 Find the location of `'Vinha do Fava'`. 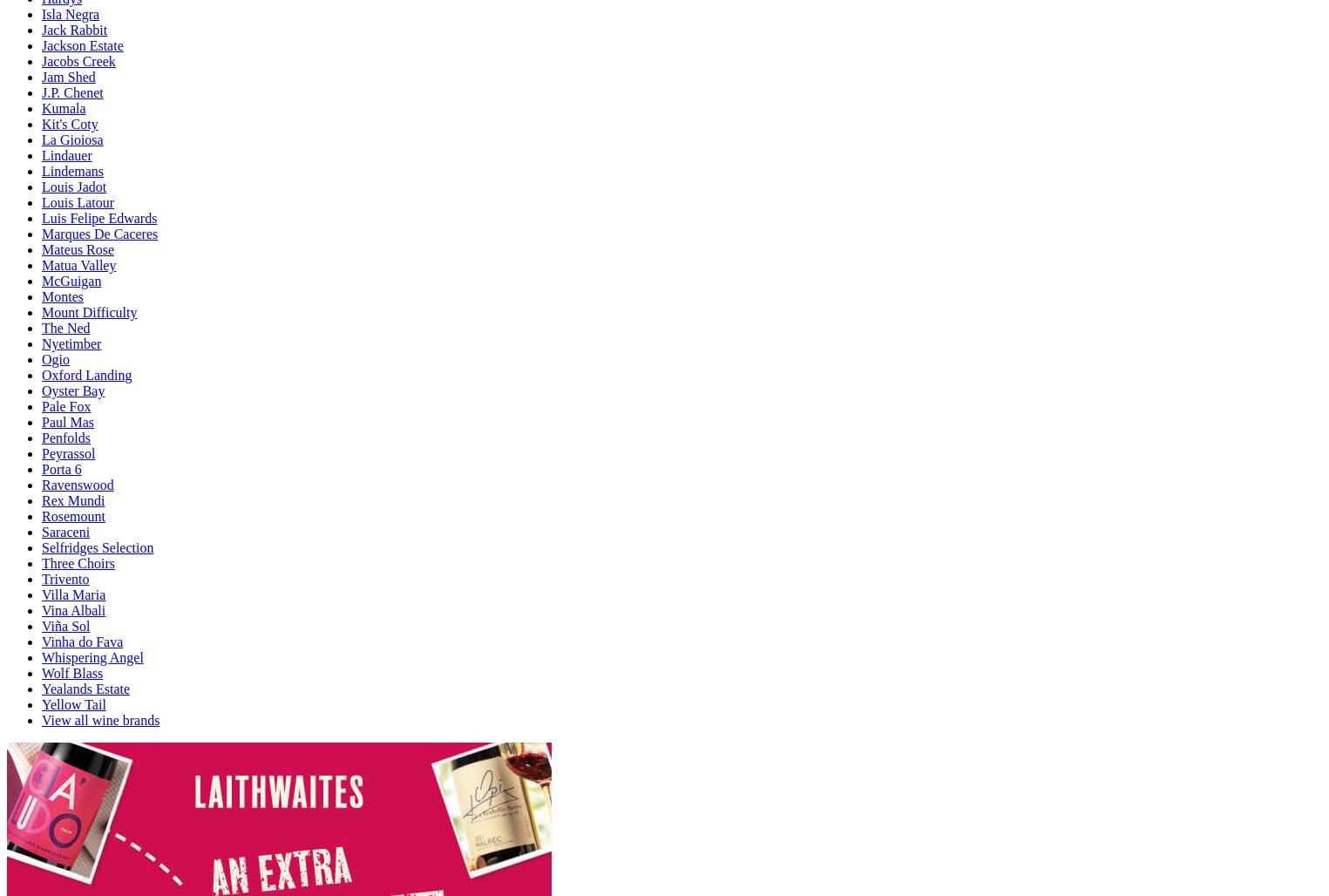

'Vinha do Fava' is located at coordinates (82, 640).